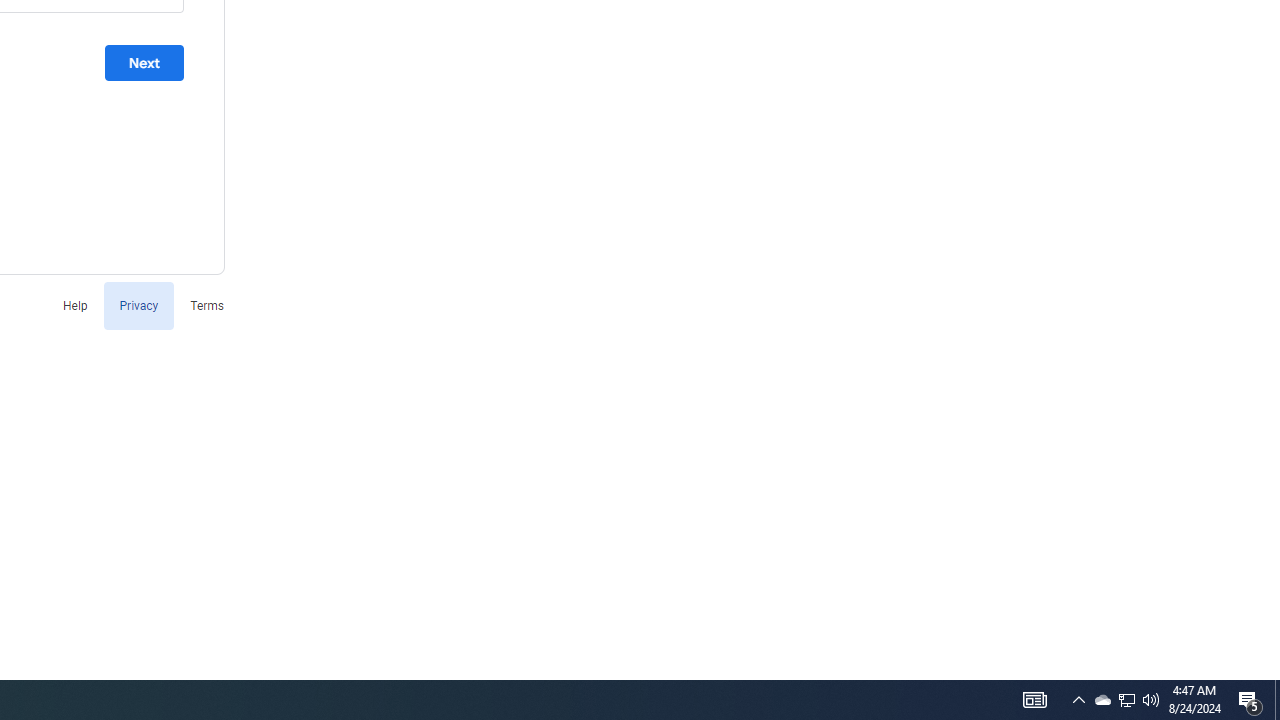  What do you see at coordinates (143, 62) in the screenshot?
I see `'Next'` at bounding box center [143, 62].